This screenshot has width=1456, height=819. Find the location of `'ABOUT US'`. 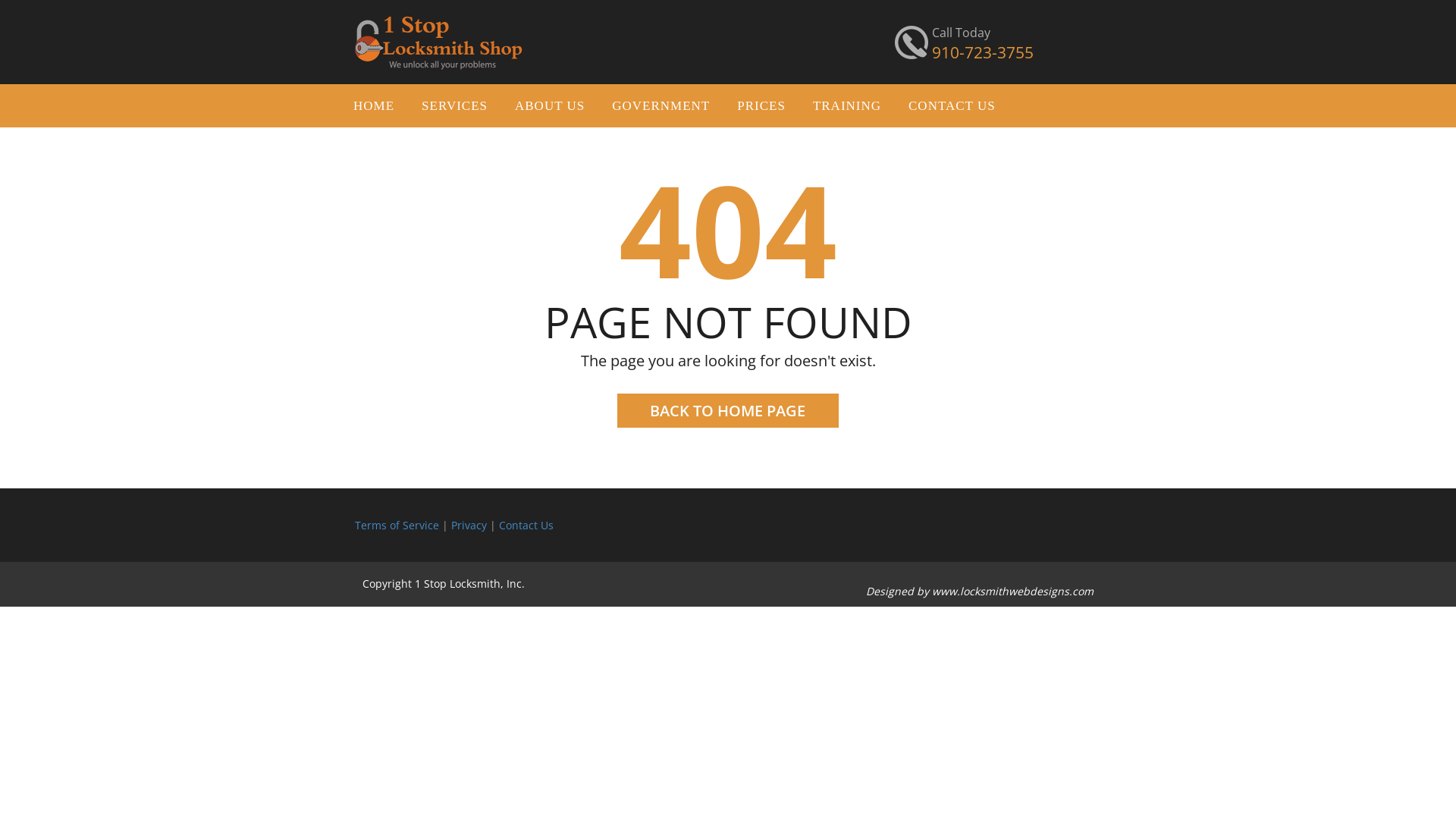

'ABOUT US' is located at coordinates (548, 105).